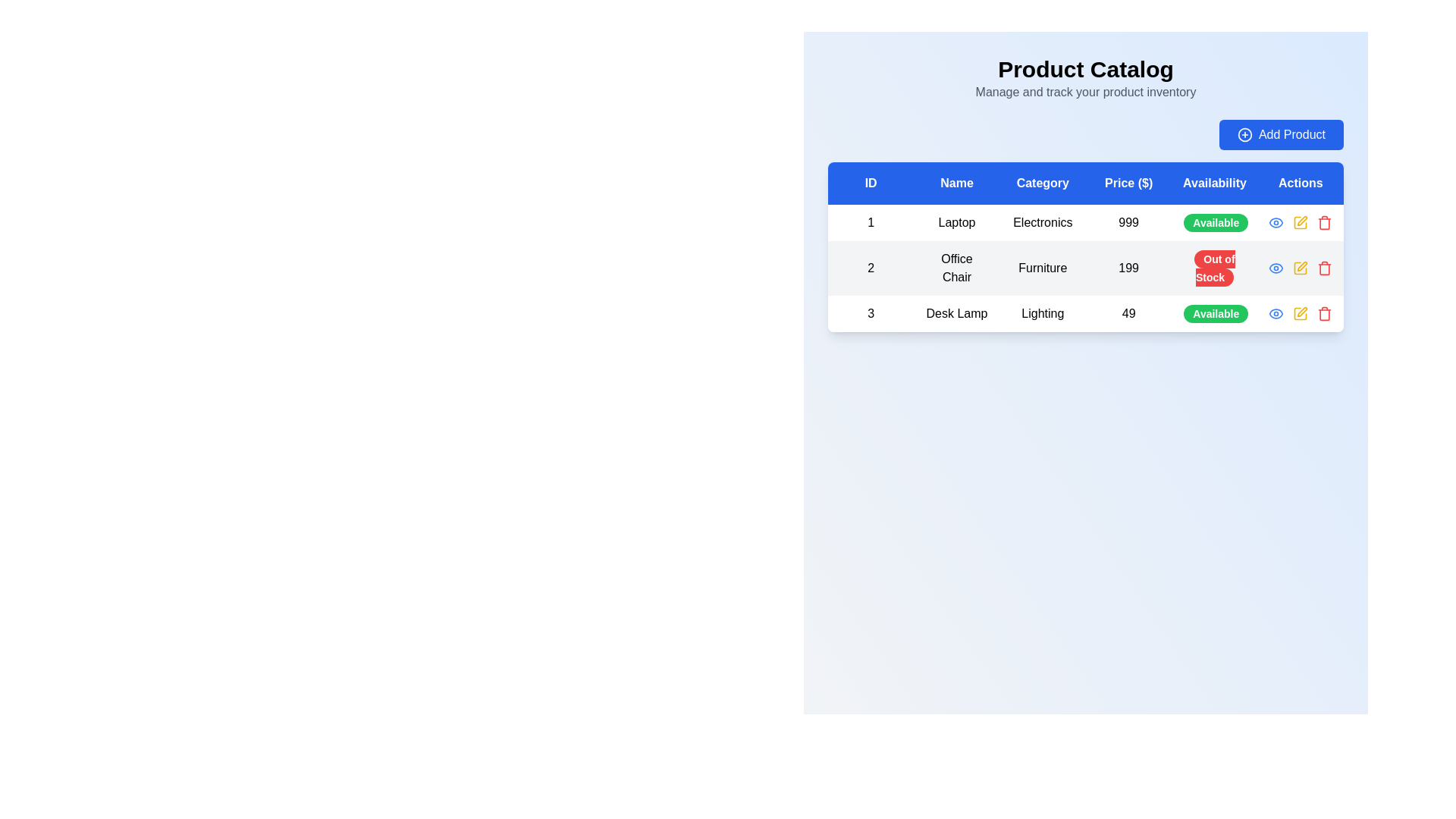 The image size is (1456, 819). I want to click on the 'Add Product' button located at the top-right corner of the main section for keyboard interaction, so click(1280, 133).